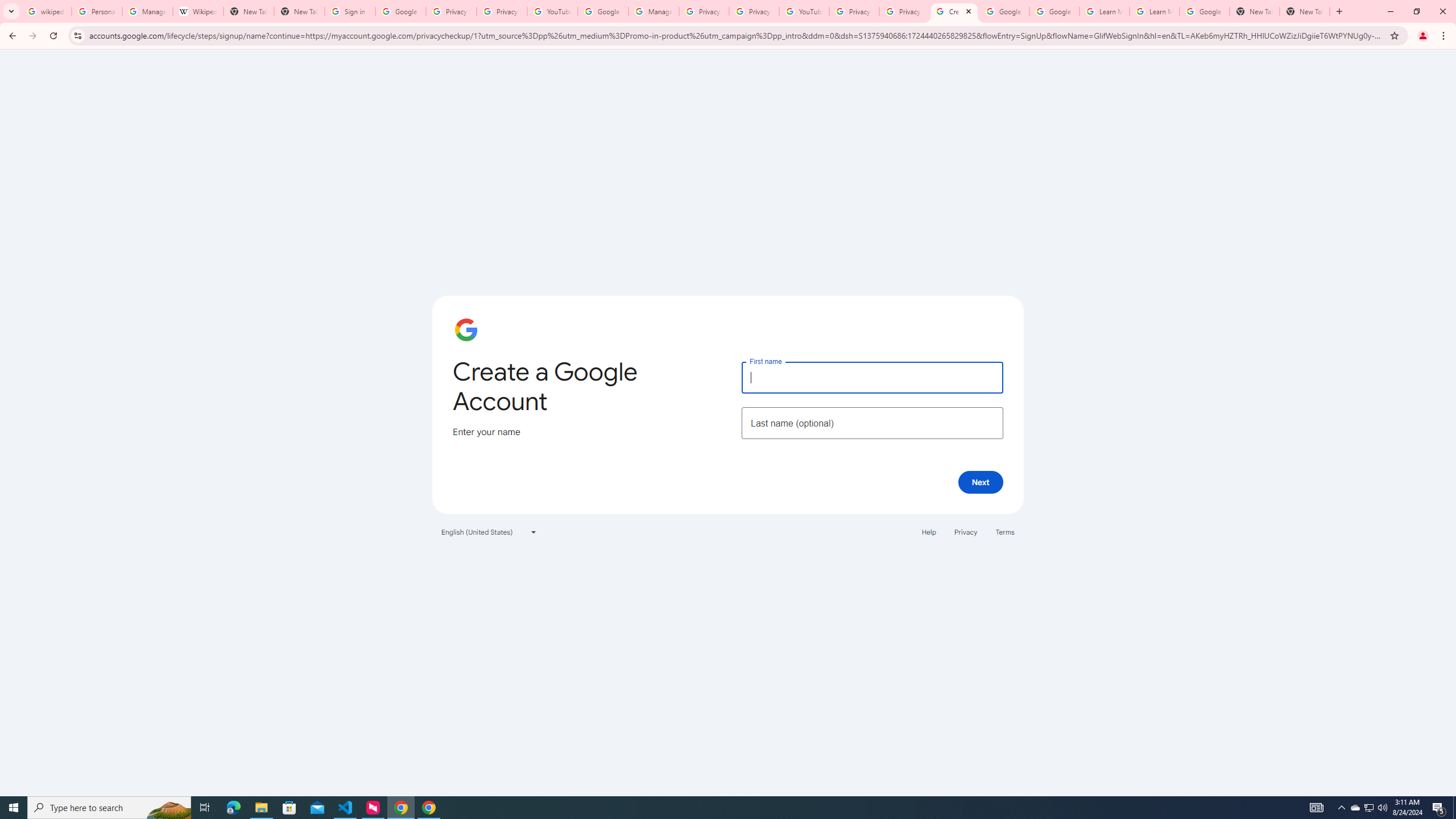  I want to click on 'New Tab', so click(1304, 11).